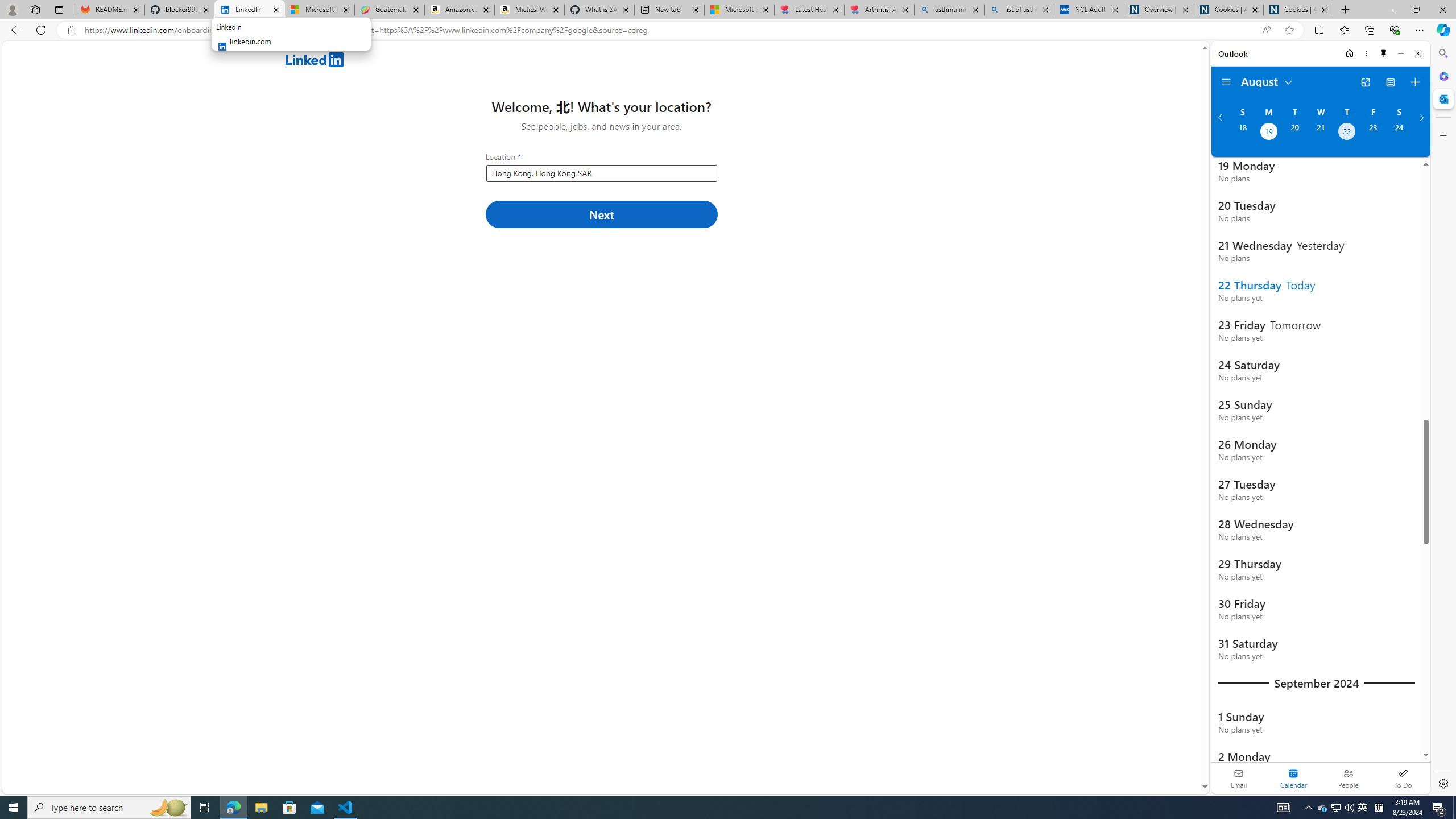 The height and width of the screenshot is (819, 1456). What do you see at coordinates (1347, 133) in the screenshot?
I see `'Thursday, August 22, 2024. Today. '` at bounding box center [1347, 133].